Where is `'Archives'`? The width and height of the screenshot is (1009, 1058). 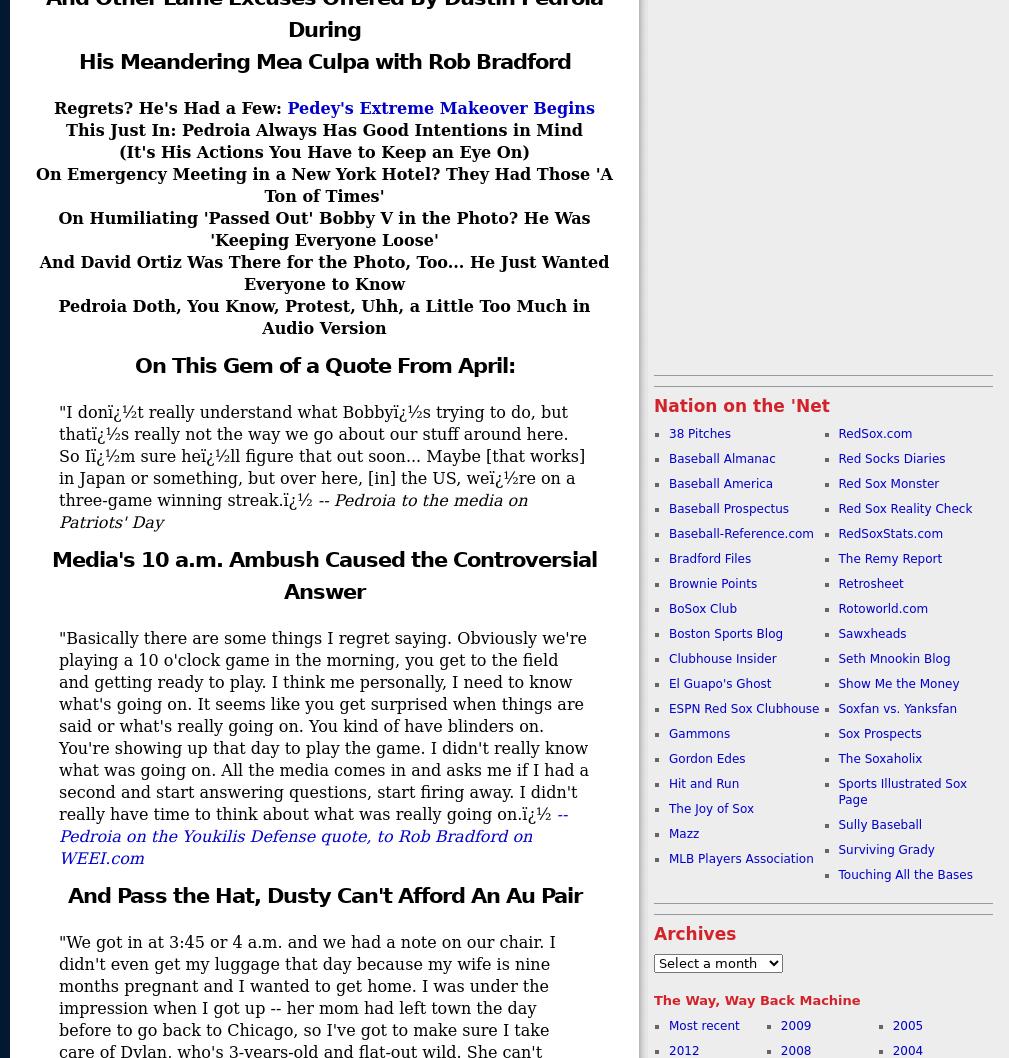 'Archives' is located at coordinates (654, 934).